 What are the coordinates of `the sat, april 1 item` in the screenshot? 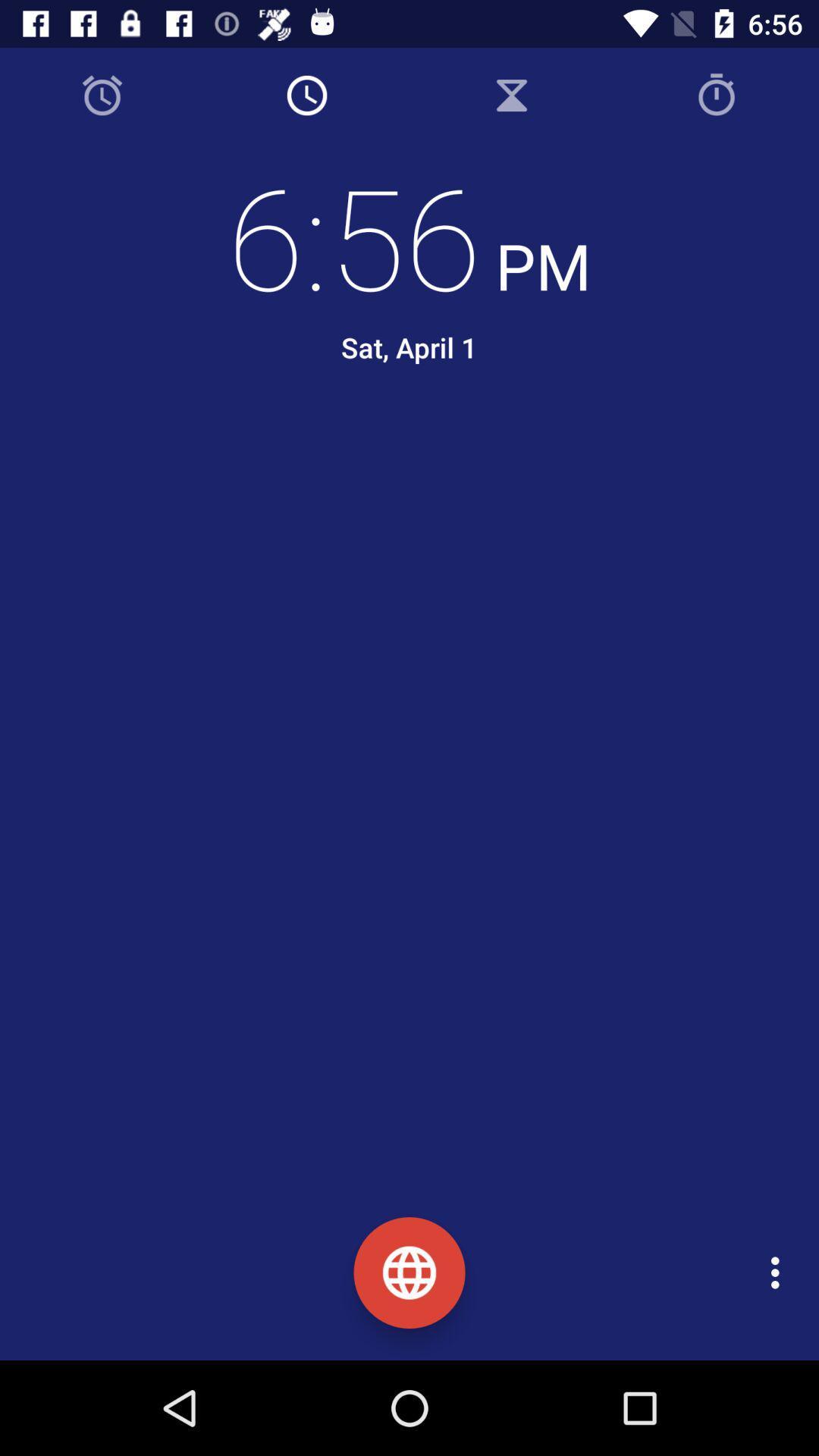 It's located at (408, 347).